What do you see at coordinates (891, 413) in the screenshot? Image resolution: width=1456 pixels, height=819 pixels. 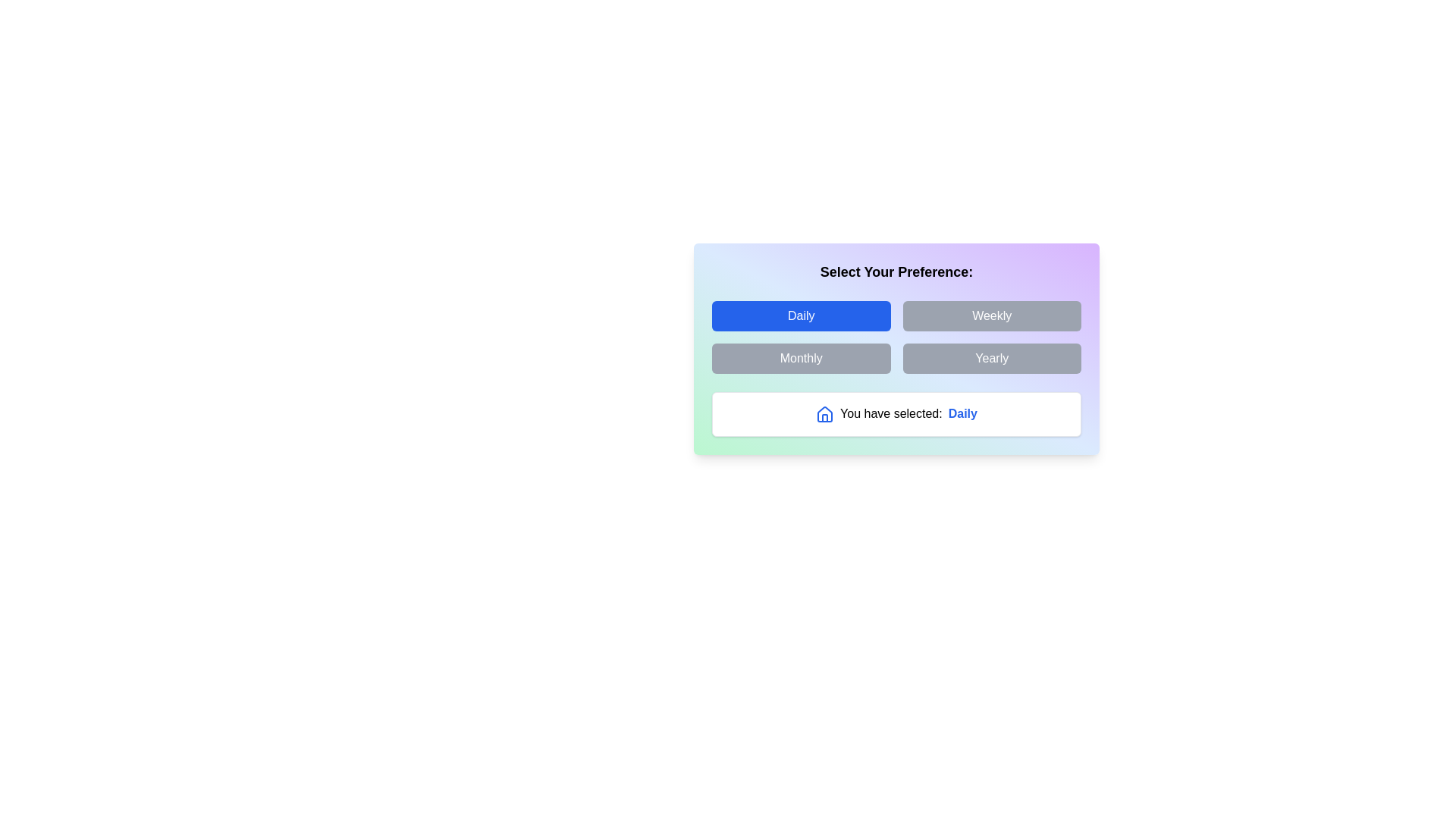 I see `the text label indicating the user's selected preference, located beneath the preference selection buttons, to show the context menu` at bounding box center [891, 413].